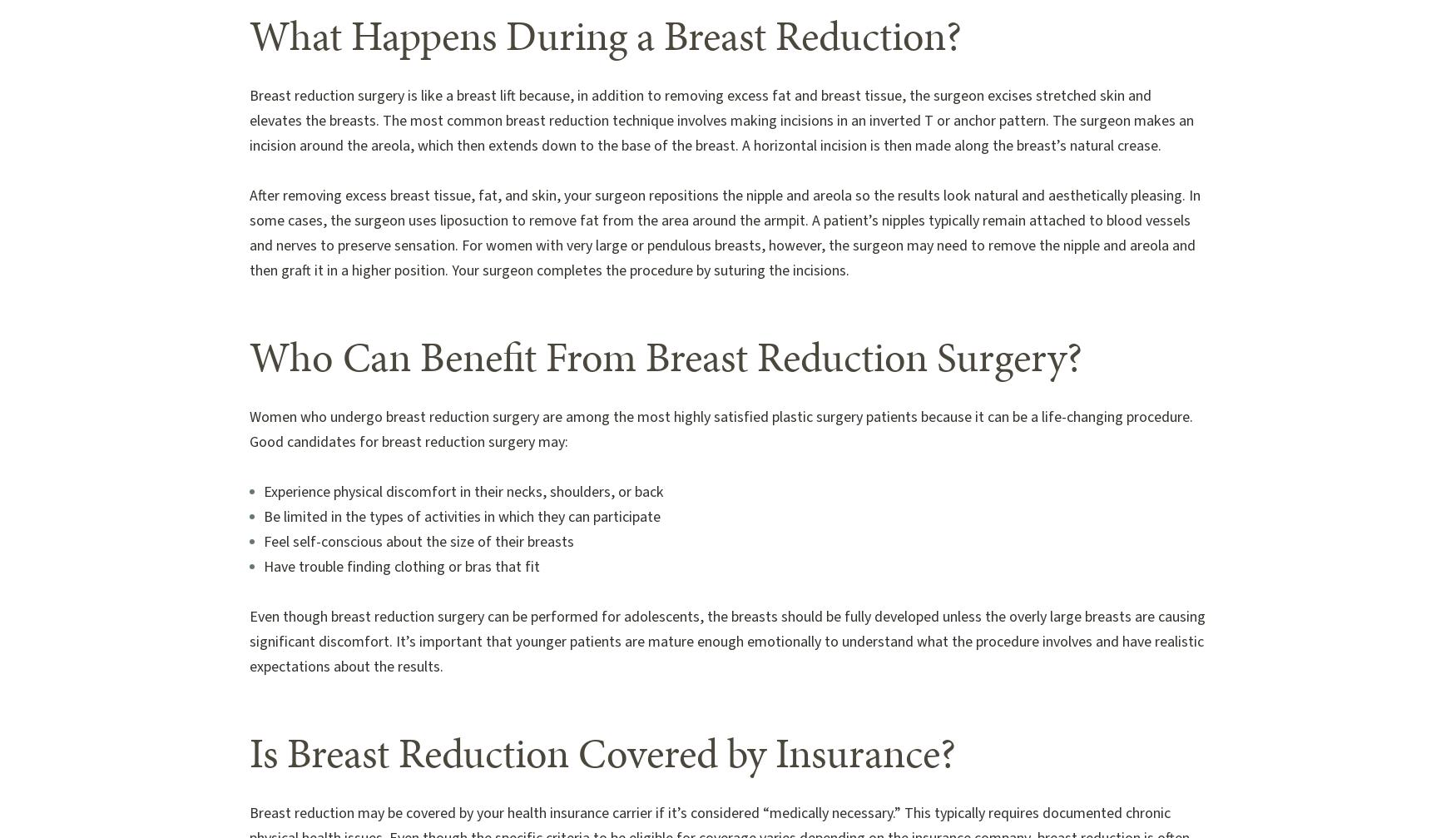 This screenshot has width=1456, height=838. I want to click on 'Be limited in the types of activities in which they can participate', so click(461, 516).